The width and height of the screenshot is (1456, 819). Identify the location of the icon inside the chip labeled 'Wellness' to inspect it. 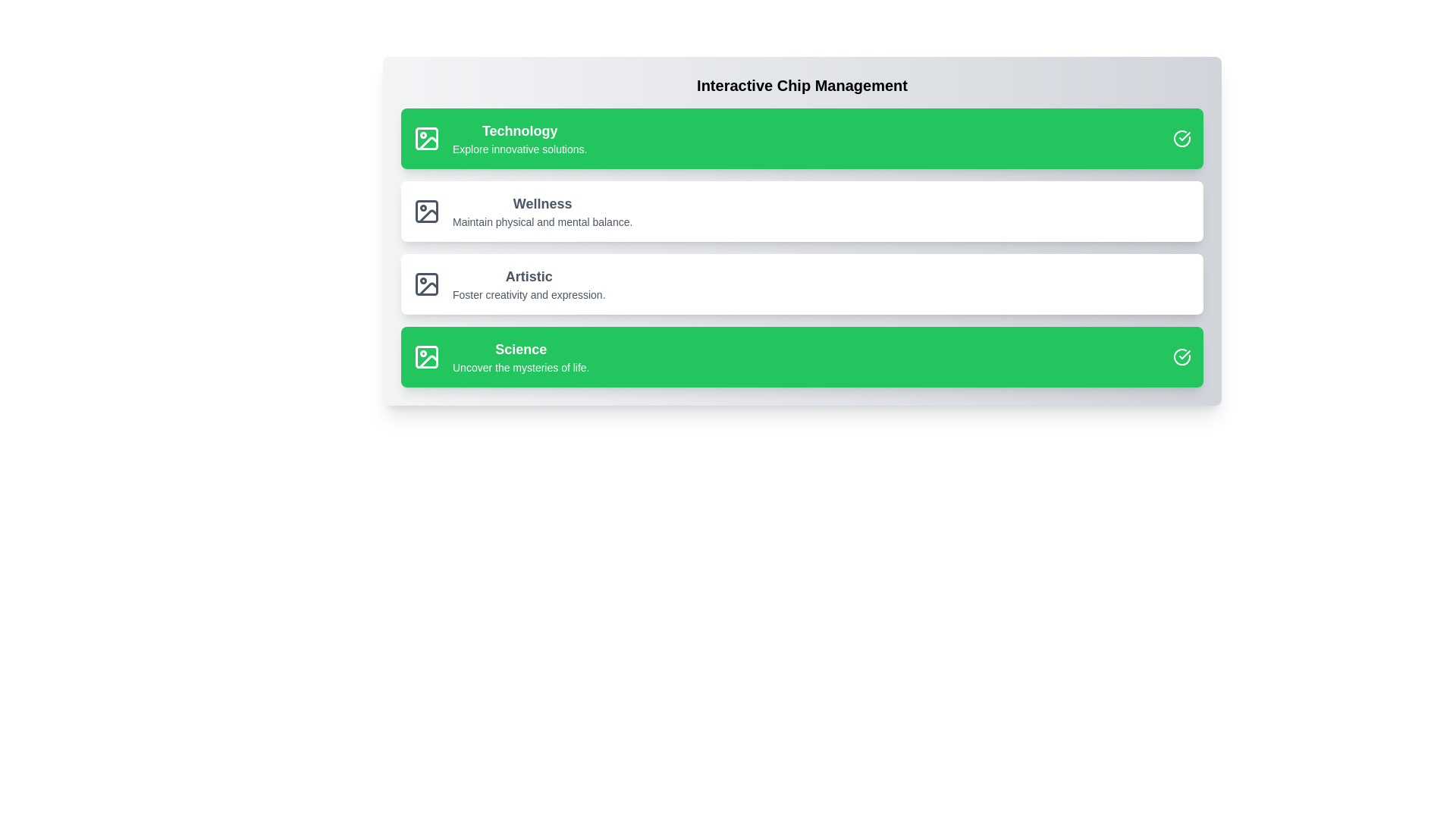
(425, 211).